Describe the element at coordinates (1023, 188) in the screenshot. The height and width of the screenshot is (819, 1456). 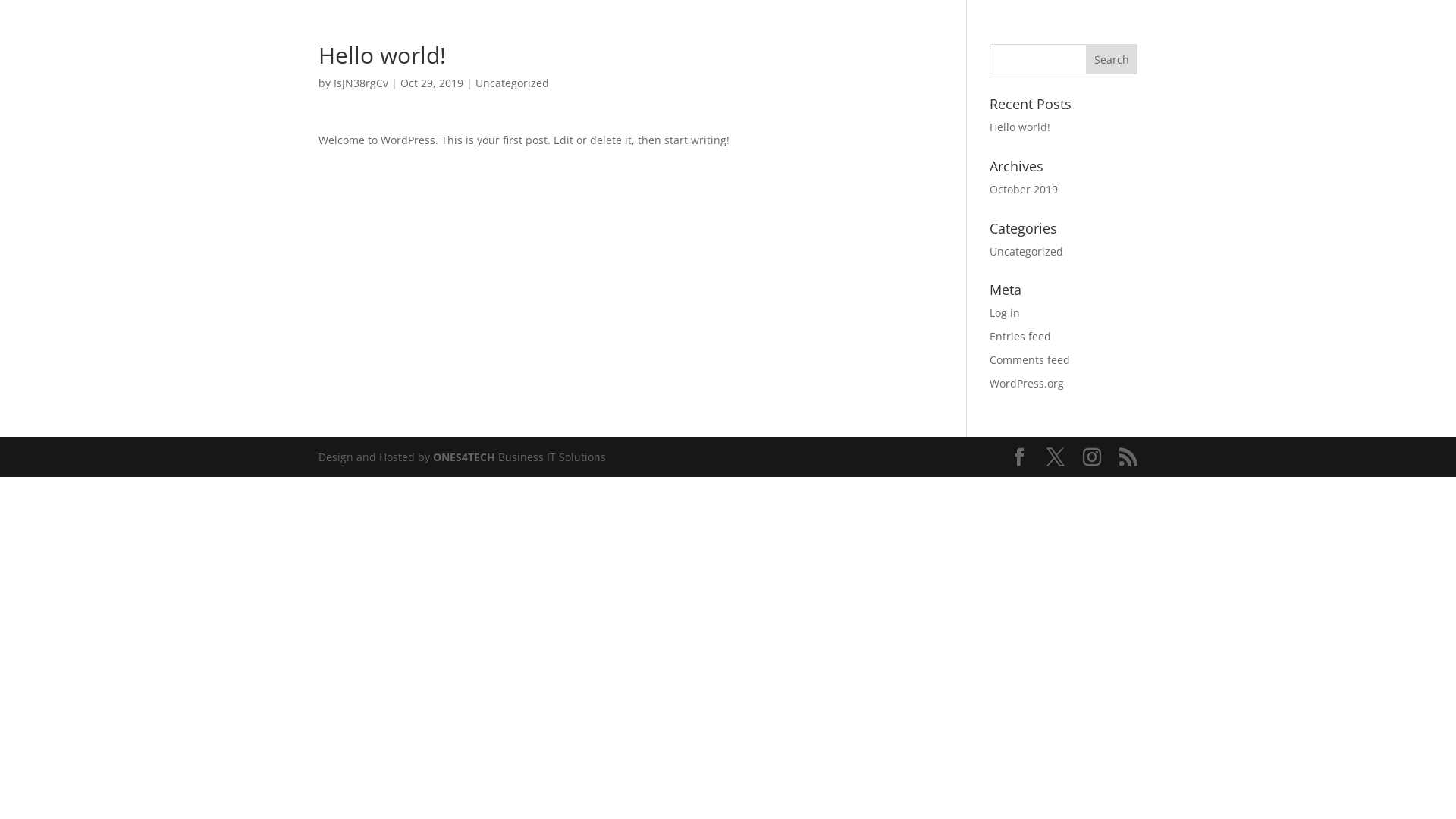
I see `'October 2019'` at that location.